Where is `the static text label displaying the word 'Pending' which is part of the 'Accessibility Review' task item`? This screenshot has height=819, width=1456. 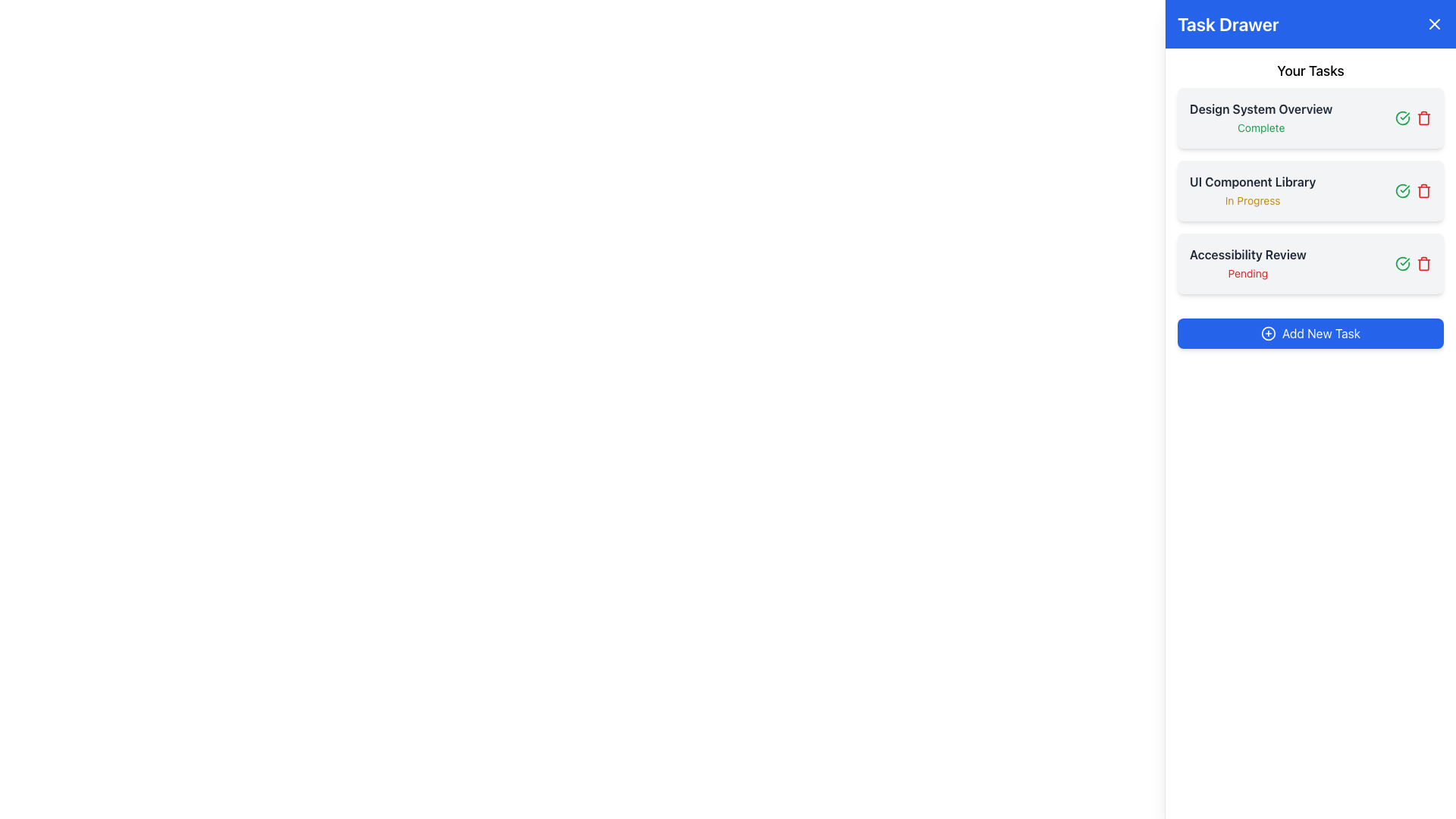 the static text label displaying the word 'Pending' which is part of the 'Accessibility Review' task item is located at coordinates (1247, 273).